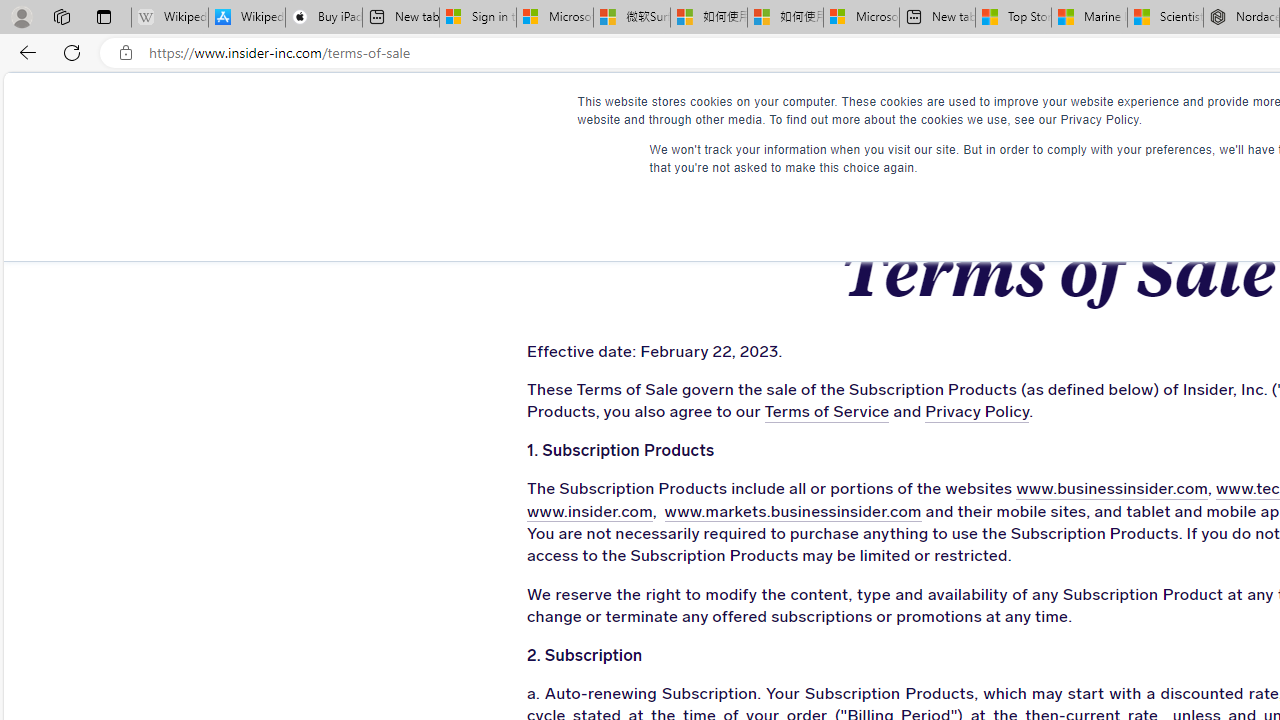 The image size is (1280, 720). Describe the element at coordinates (826, 411) in the screenshot. I see `'Terms of Service'` at that location.